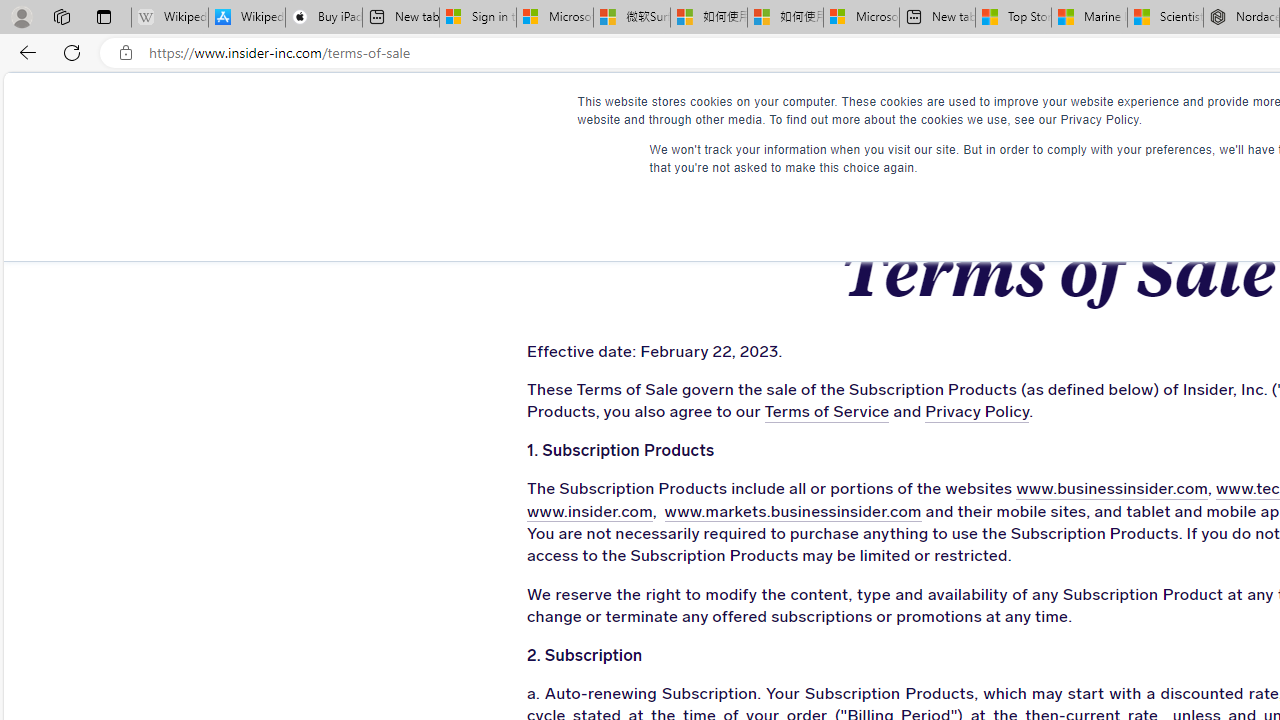 The image size is (1280, 720). Describe the element at coordinates (826, 411) in the screenshot. I see `'Terms of Service'` at that location.